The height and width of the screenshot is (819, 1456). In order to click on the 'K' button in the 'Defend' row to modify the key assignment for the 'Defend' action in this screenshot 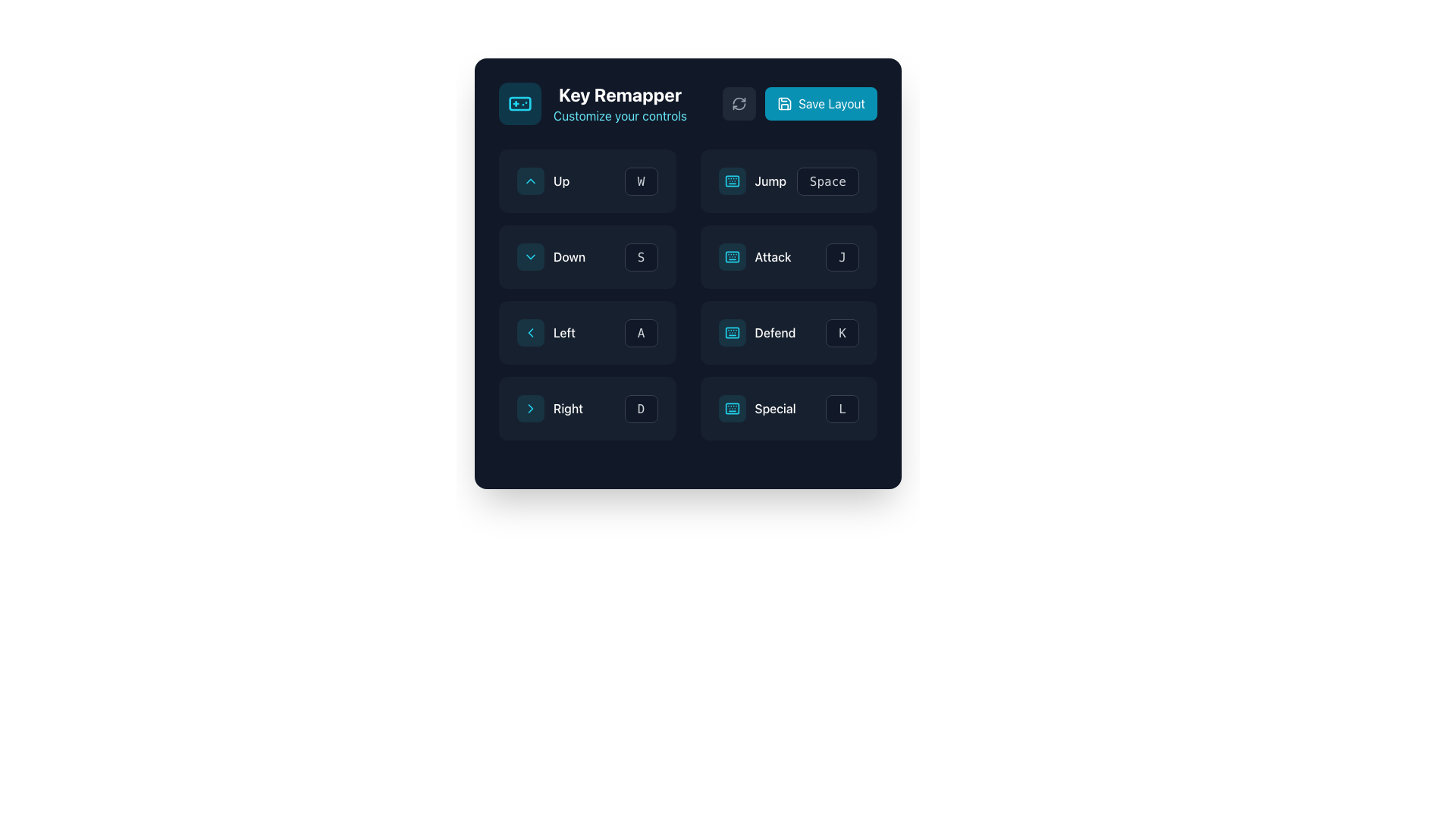, I will do `click(842, 332)`.